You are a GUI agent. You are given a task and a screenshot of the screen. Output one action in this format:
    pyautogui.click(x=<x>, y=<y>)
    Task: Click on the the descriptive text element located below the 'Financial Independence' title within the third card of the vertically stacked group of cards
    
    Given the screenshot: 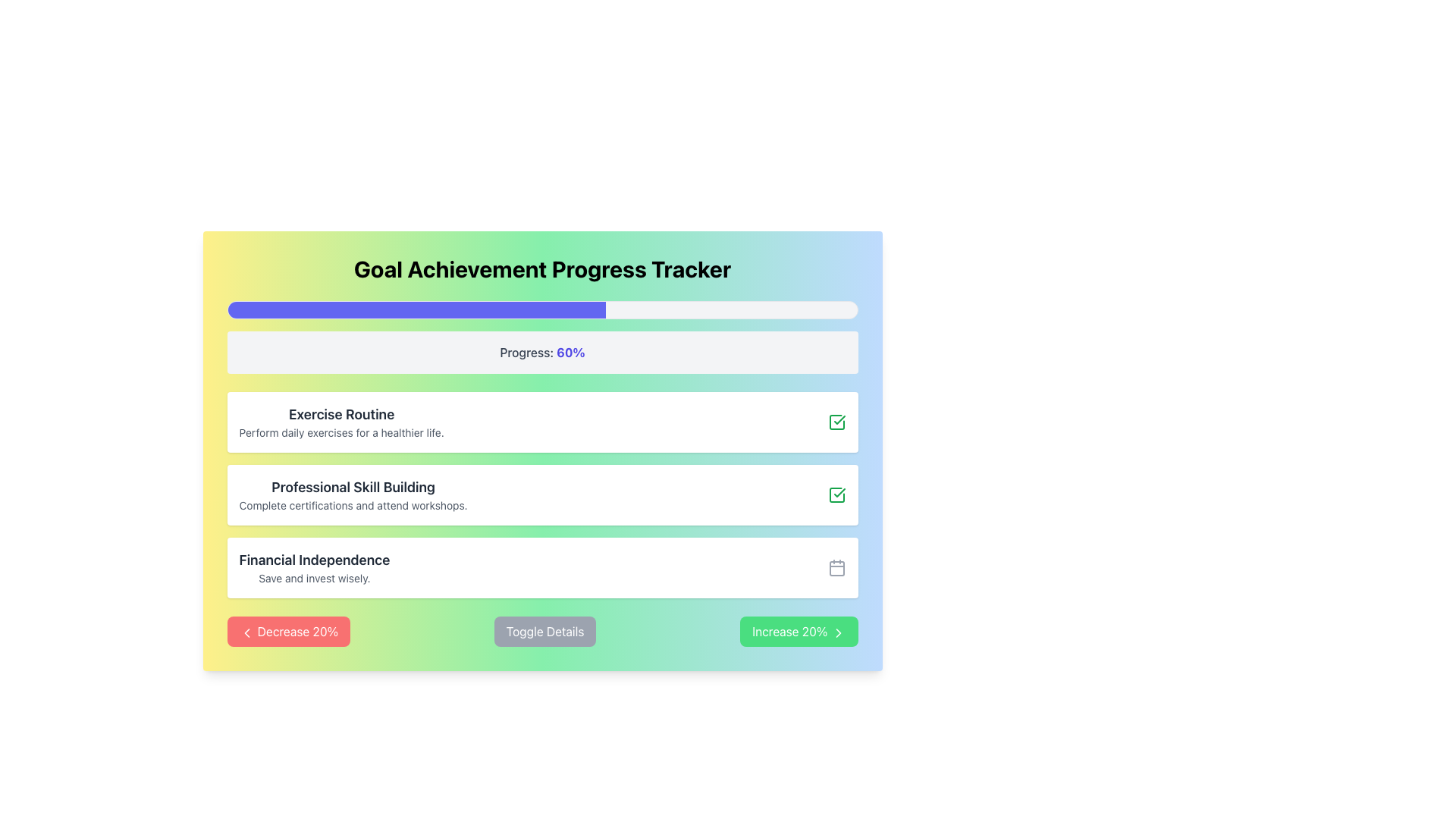 What is the action you would take?
    pyautogui.click(x=313, y=579)
    